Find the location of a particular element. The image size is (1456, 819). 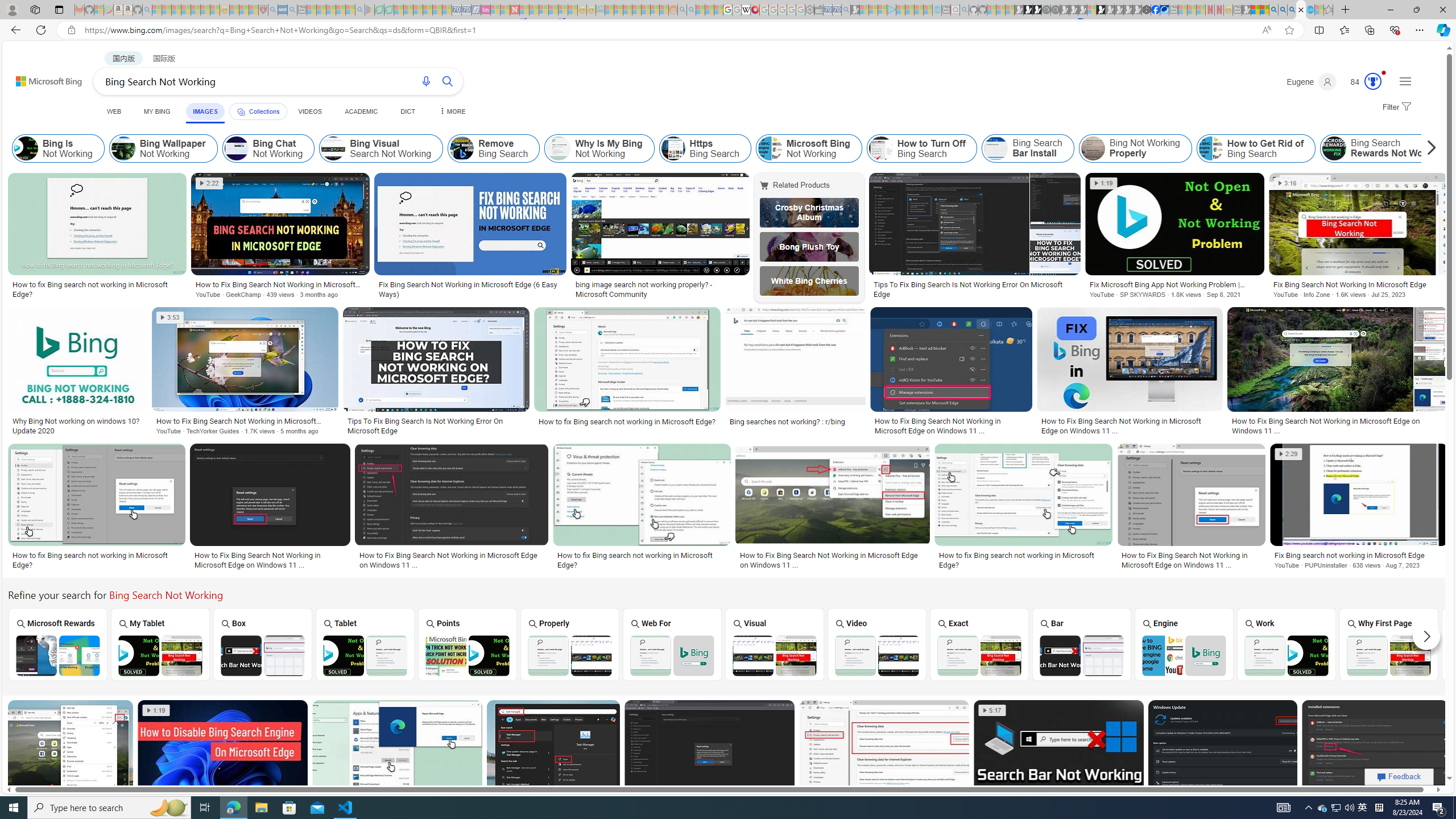

'Bing Chat Not Working' is located at coordinates (236, 148).